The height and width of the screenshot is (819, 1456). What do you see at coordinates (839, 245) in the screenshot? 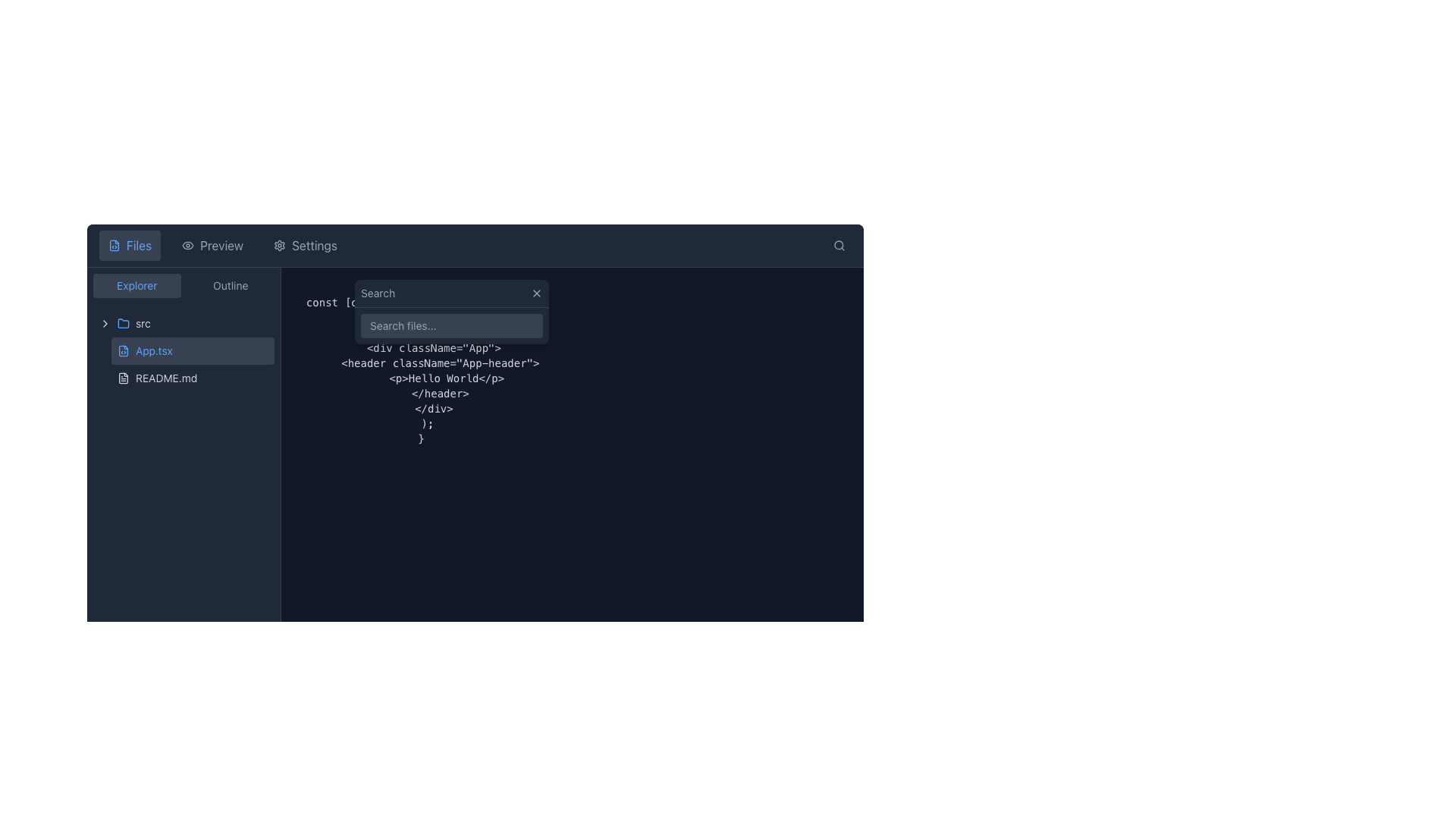
I see `the search icon button located at the rightmost corner of the top horizontal bar in the dark-themed UI` at bounding box center [839, 245].